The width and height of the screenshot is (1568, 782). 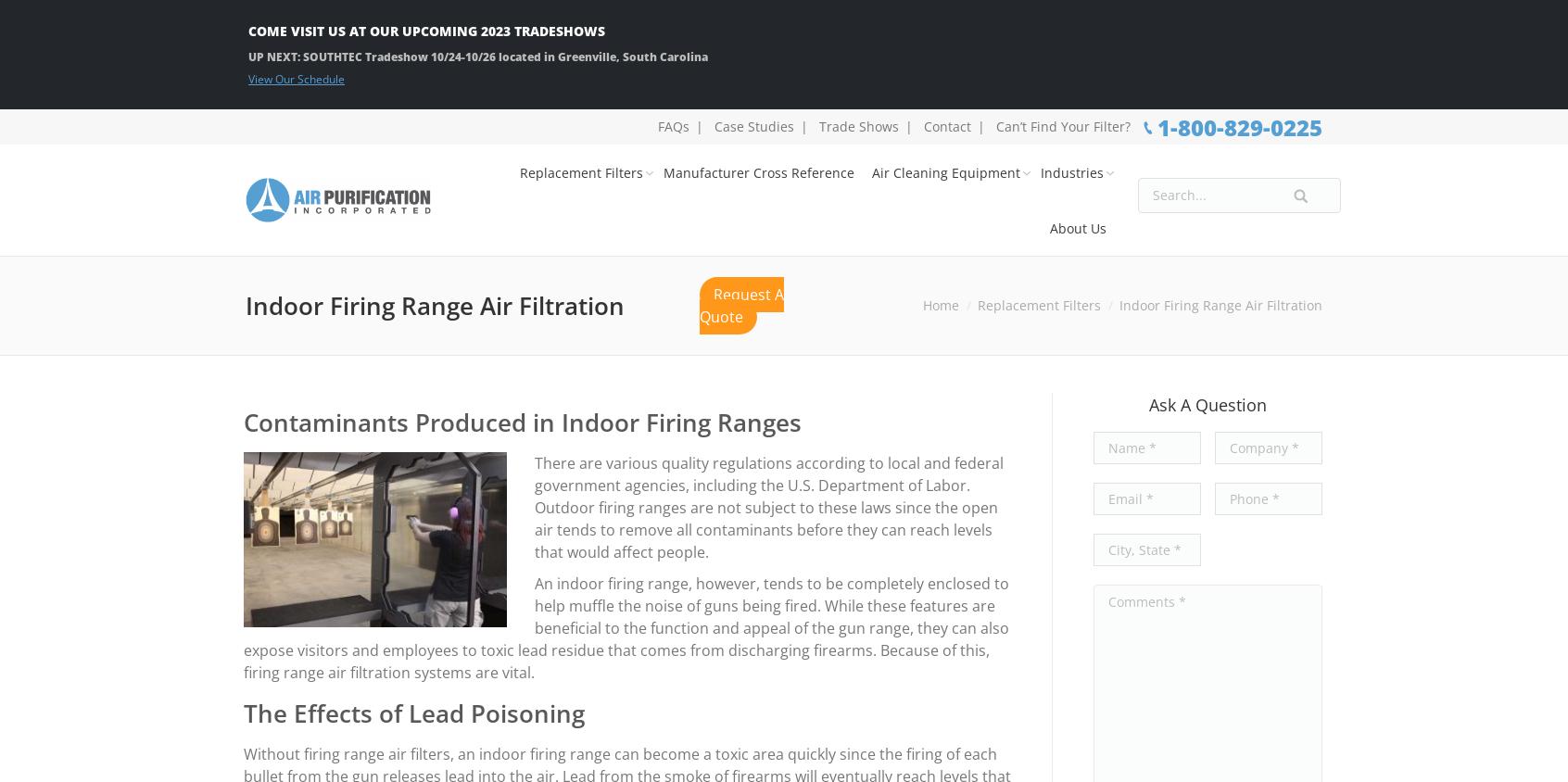 I want to click on 'Bag Filters', so click(x=799, y=360).